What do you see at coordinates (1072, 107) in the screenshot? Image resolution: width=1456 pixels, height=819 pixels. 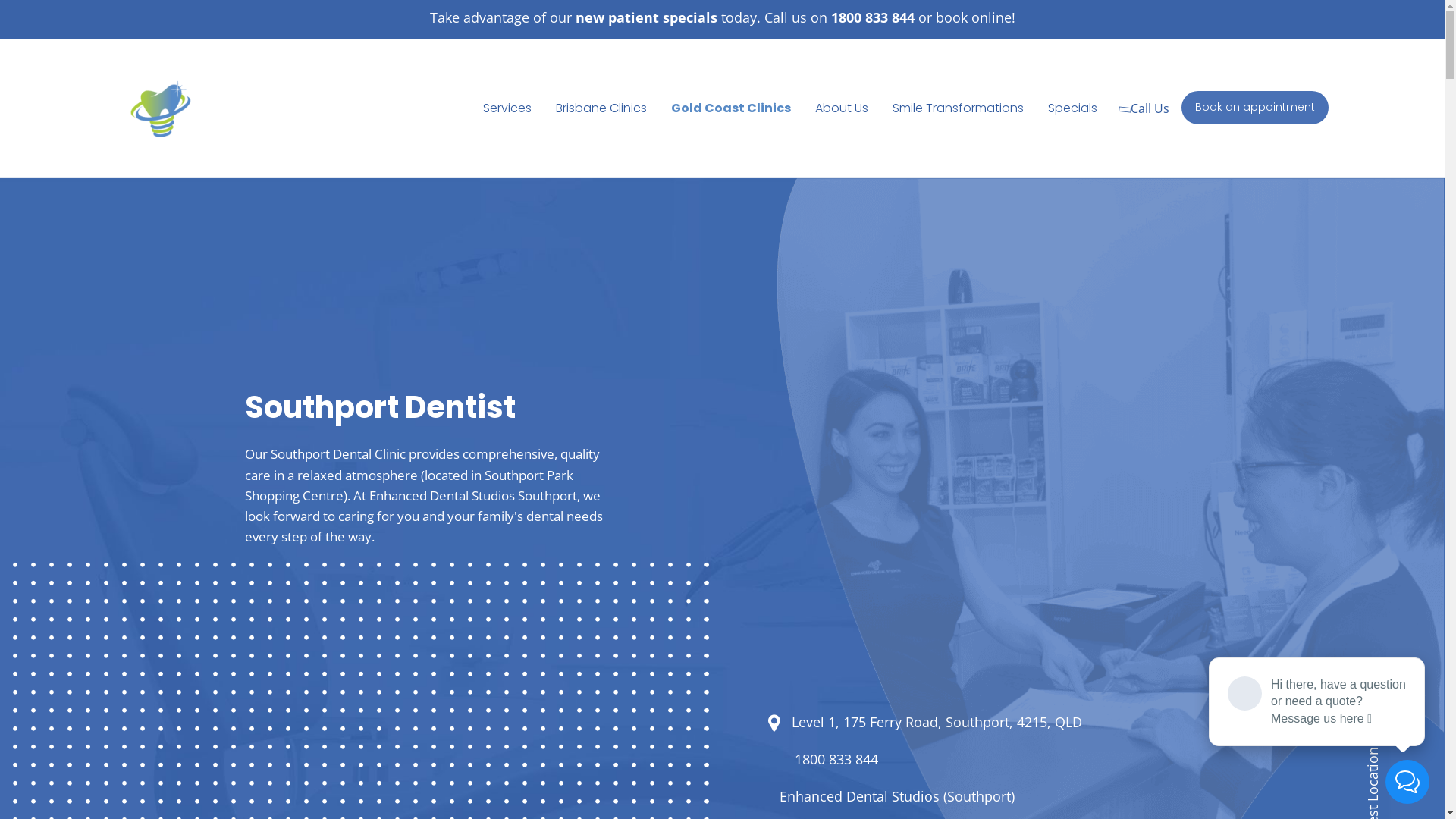 I see `'Specials'` at bounding box center [1072, 107].